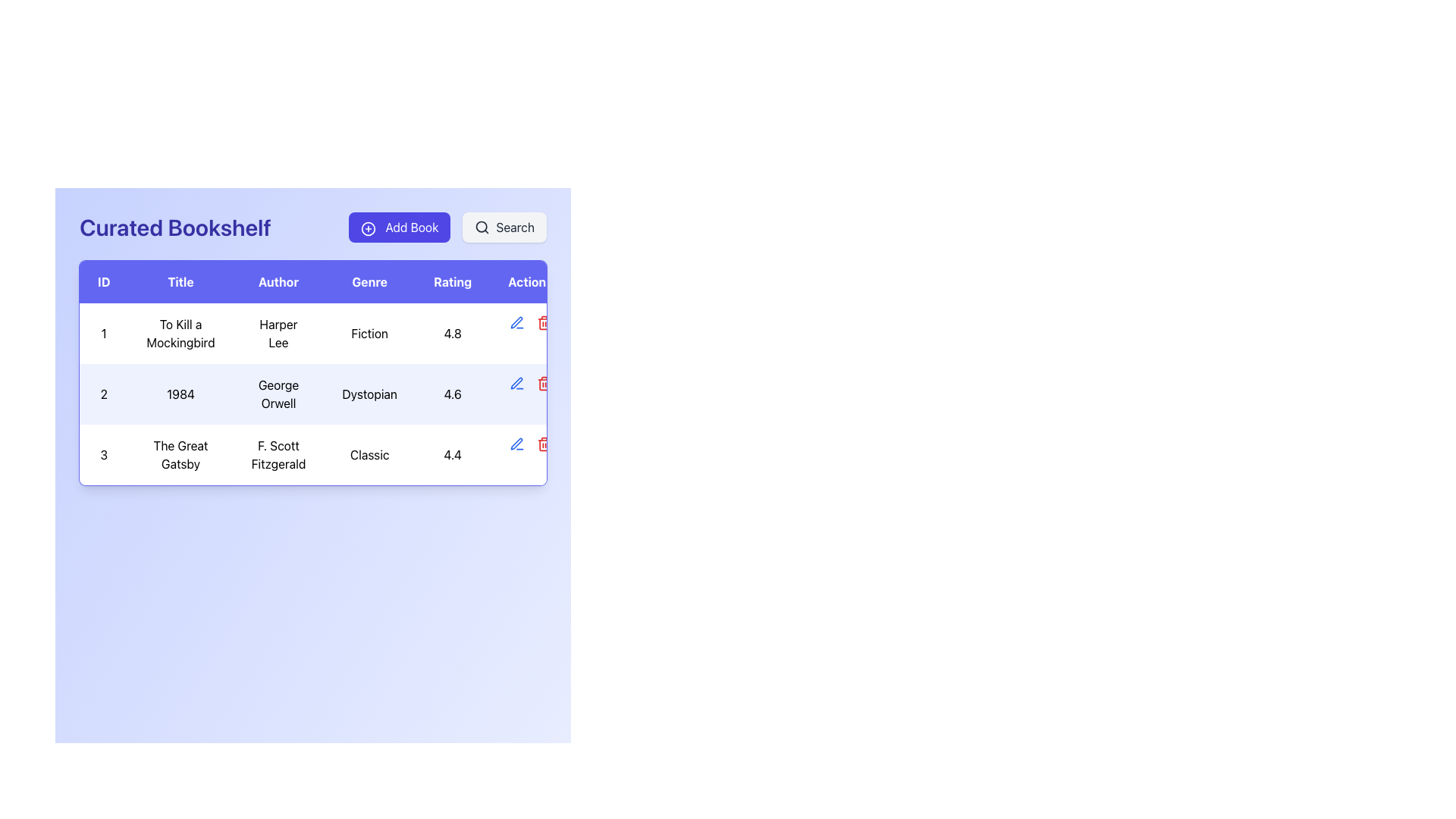 The image size is (1456, 819). I want to click on the static text label reading 'Curated Bookshelf', which is styled with a large font size and blue color, located prominently at the top-left of the interface, so click(175, 227).